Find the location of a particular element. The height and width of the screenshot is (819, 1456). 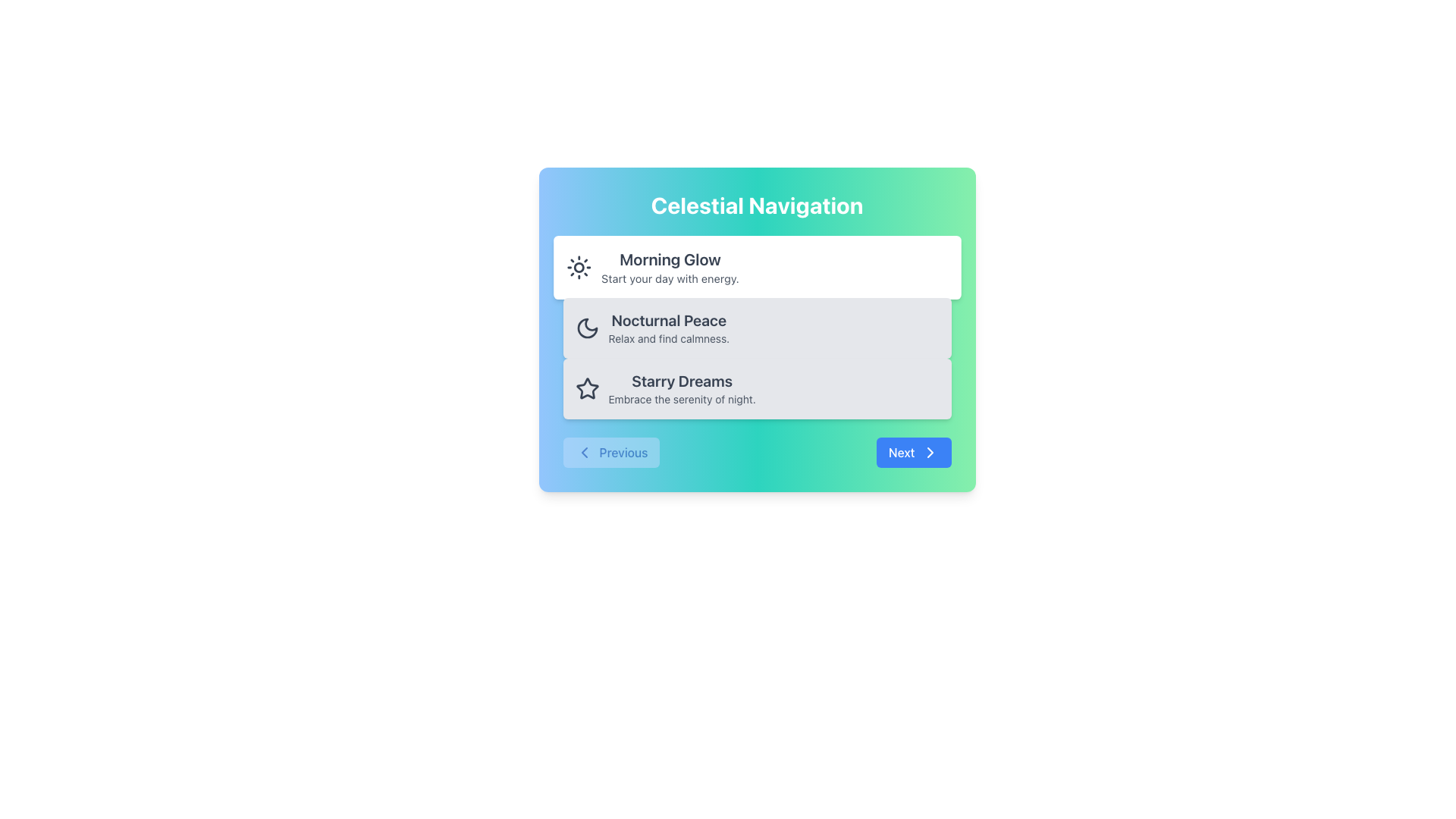

the star-shaped icon with a thin dark gray outline located in the top-left part of the 'Starry Dreams' card, adjacent to the text is located at coordinates (586, 388).